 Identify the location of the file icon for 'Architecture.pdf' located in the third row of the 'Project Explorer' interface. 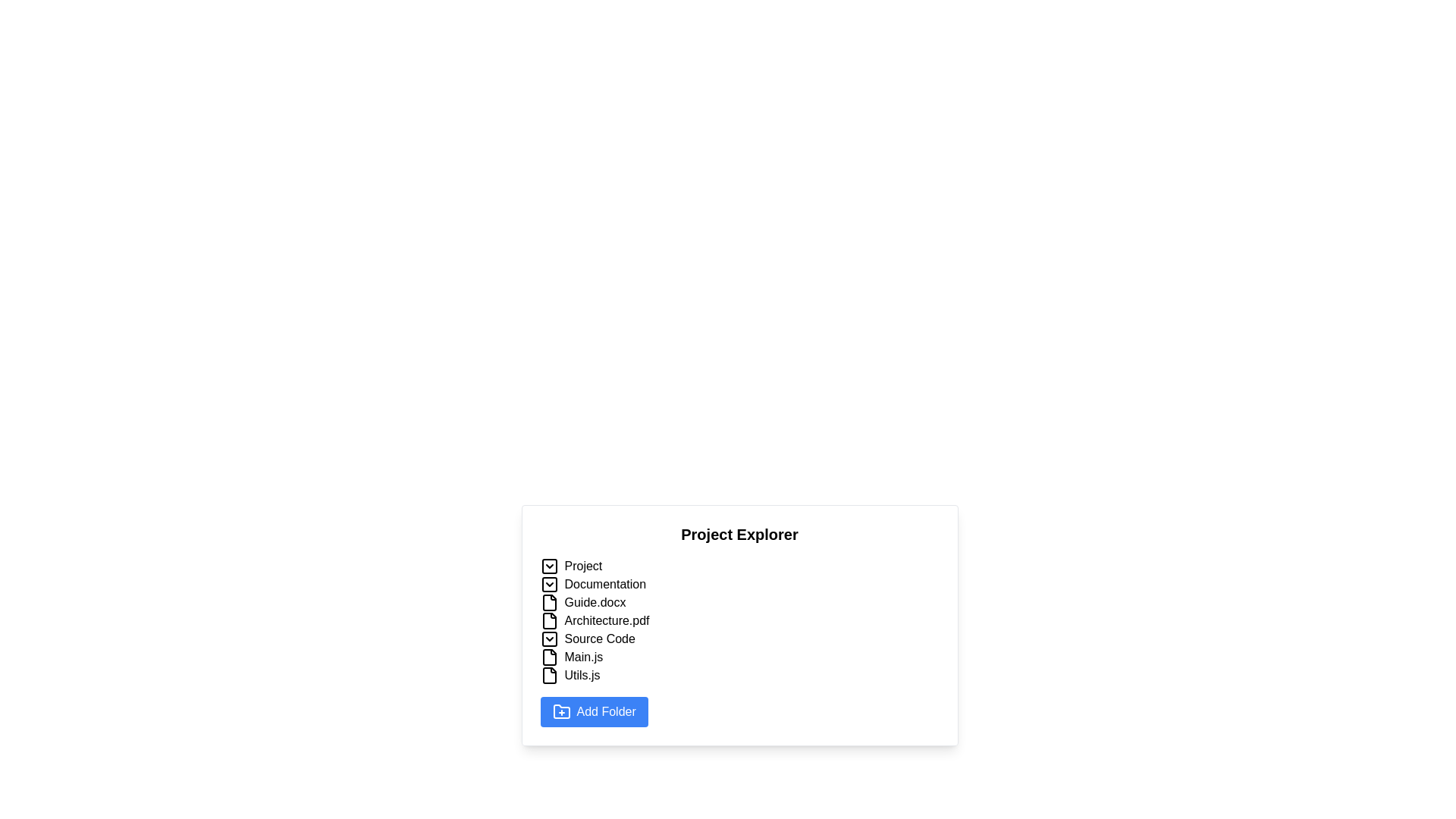
(548, 620).